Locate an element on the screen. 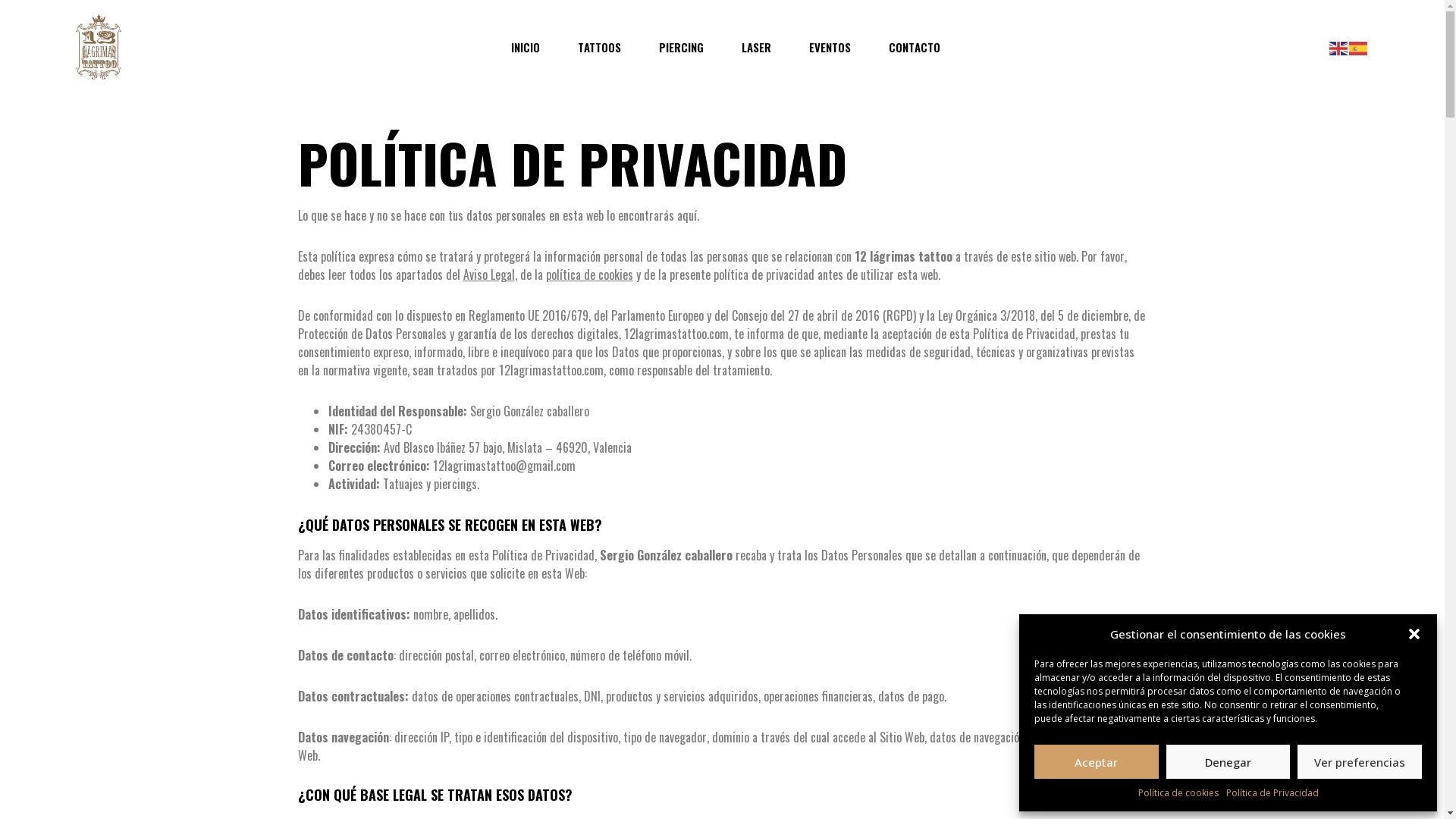 Image resolution: width=1456 pixels, height=819 pixels. 'Aceptar' is located at coordinates (1096, 761).